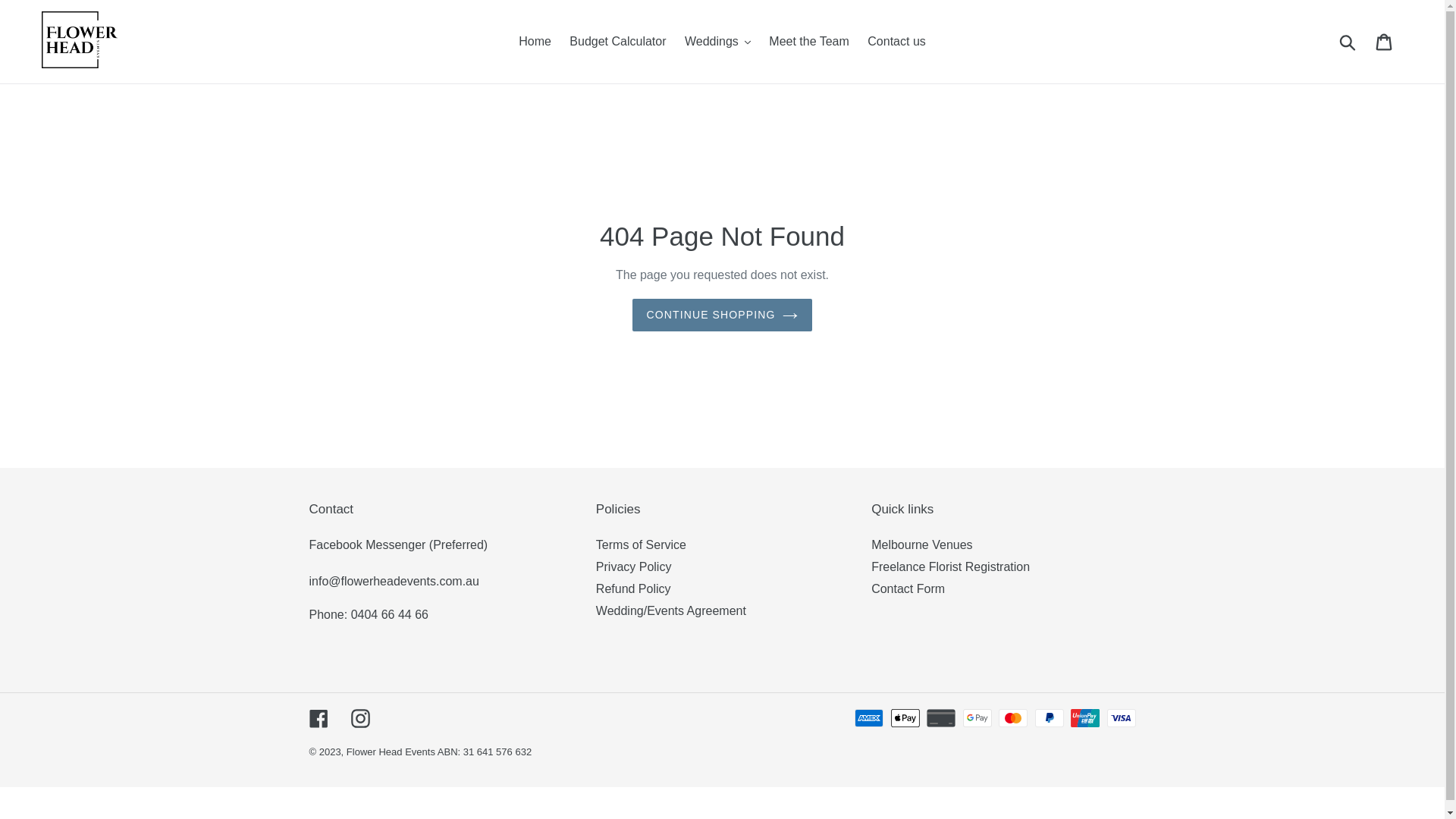  Describe the element at coordinates (921, 544) in the screenshot. I see `'Melbourne Venues'` at that location.